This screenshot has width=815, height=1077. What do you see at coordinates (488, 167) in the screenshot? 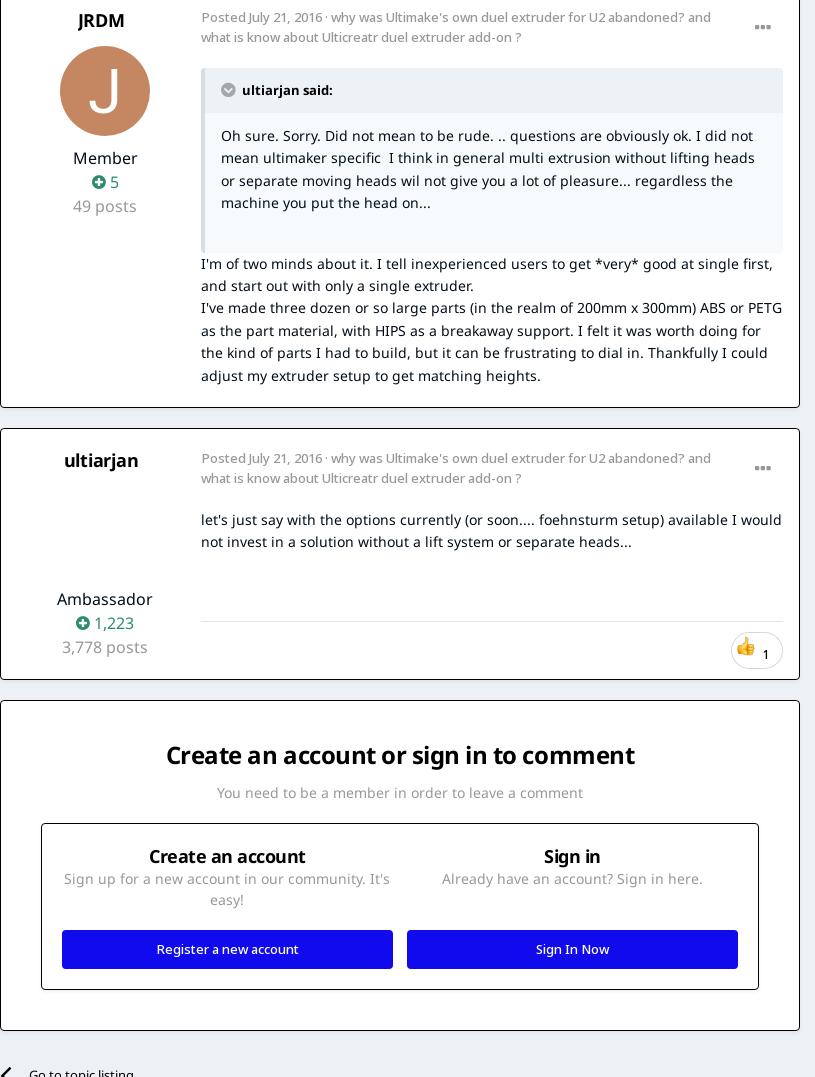
I see `'Oh sure. Sorry. Did not mean to be rude. .. questions are obviously ok. I did not mean ultimaker specific  I think in general multi extrusion without lifting heads or separate moving heads wil not give you a lot of pleasure... regardless the machine you put the head on...'` at bounding box center [488, 167].